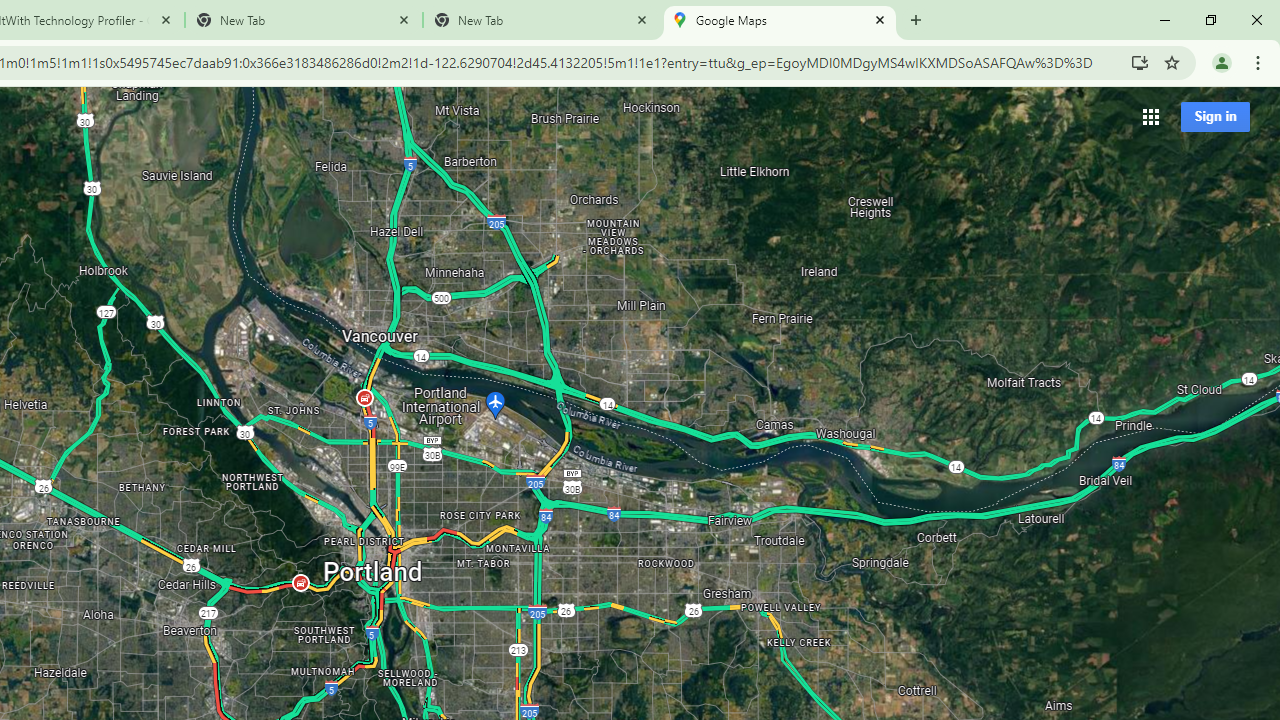 This screenshot has height=720, width=1280. Describe the element at coordinates (1139, 61) in the screenshot. I see `'Install Google Maps'` at that location.